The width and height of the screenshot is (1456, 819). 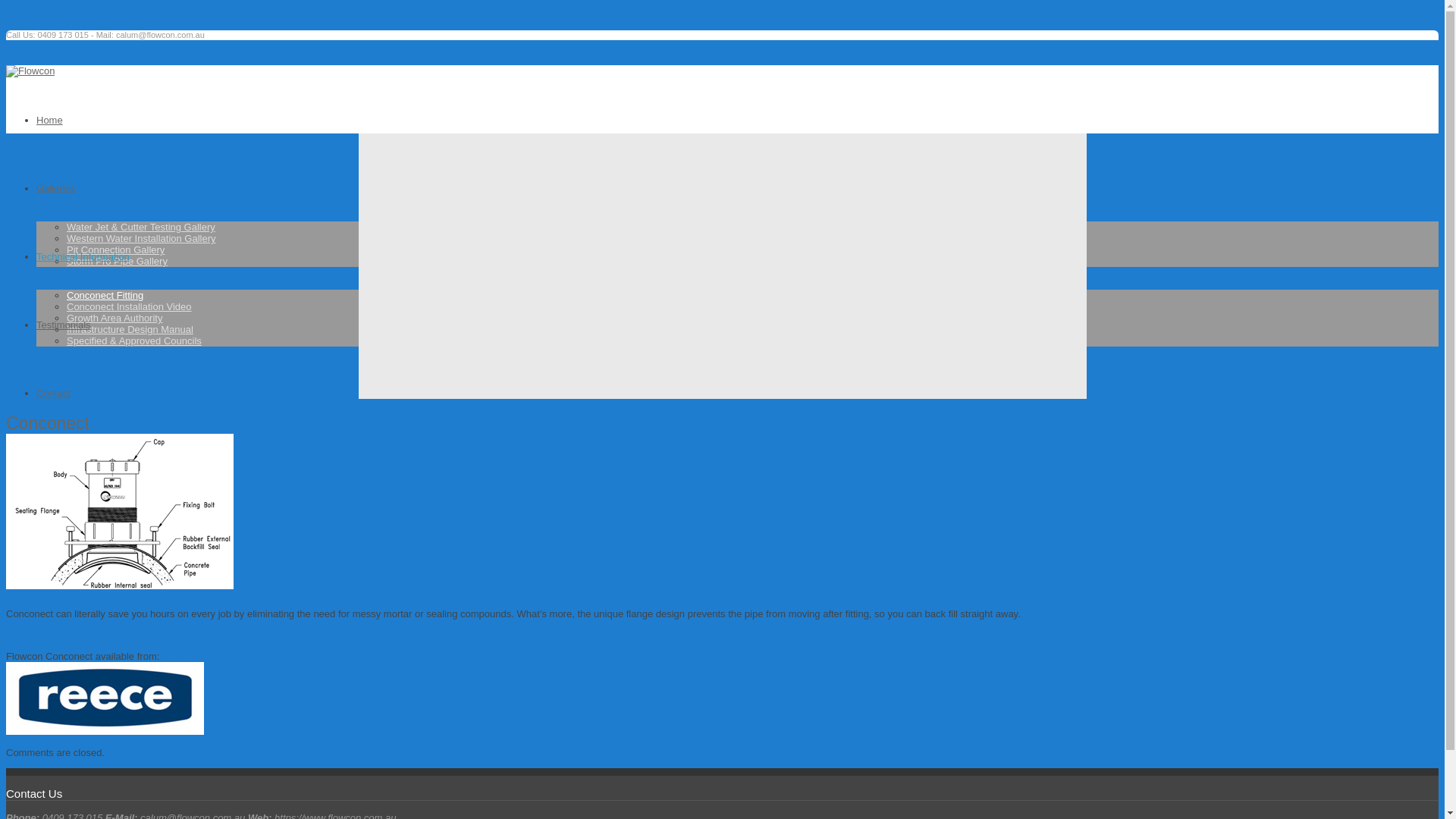 What do you see at coordinates (130, 328) in the screenshot?
I see `'Infrastructure Design Manual'` at bounding box center [130, 328].